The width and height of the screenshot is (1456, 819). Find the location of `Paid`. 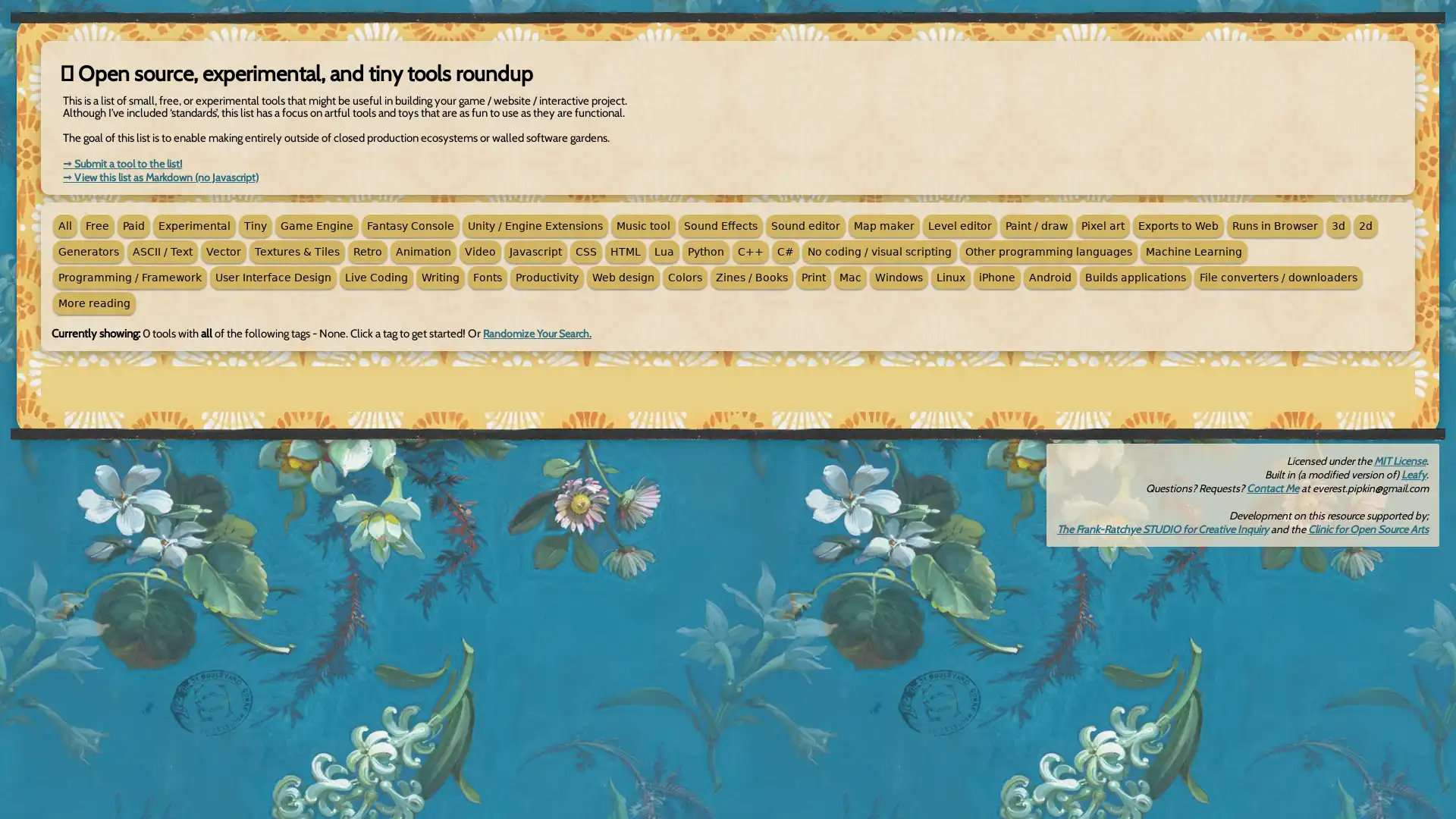

Paid is located at coordinates (133, 225).